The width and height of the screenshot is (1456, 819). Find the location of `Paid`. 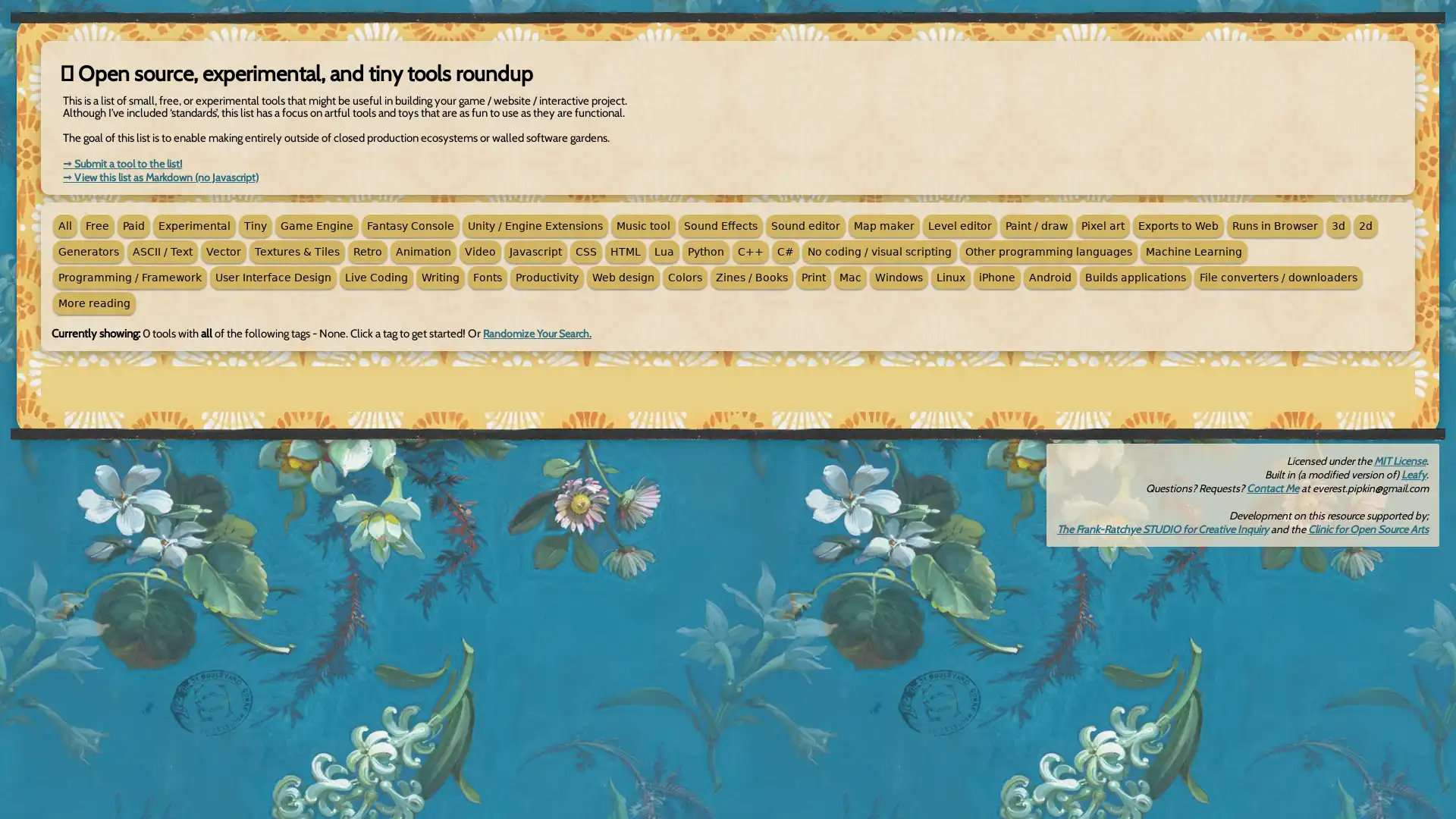

Paid is located at coordinates (133, 225).